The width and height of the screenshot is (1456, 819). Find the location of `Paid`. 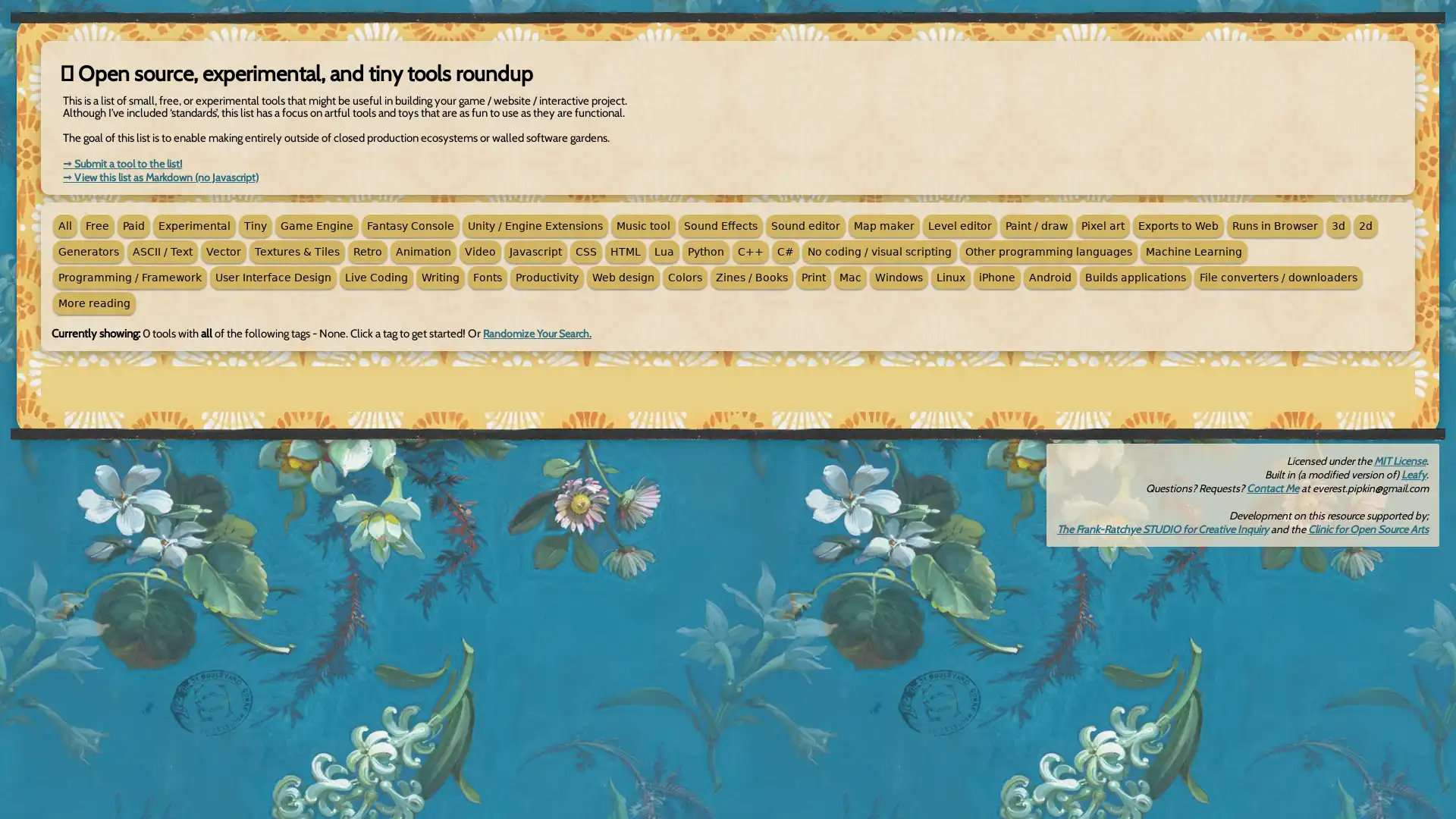

Paid is located at coordinates (133, 225).